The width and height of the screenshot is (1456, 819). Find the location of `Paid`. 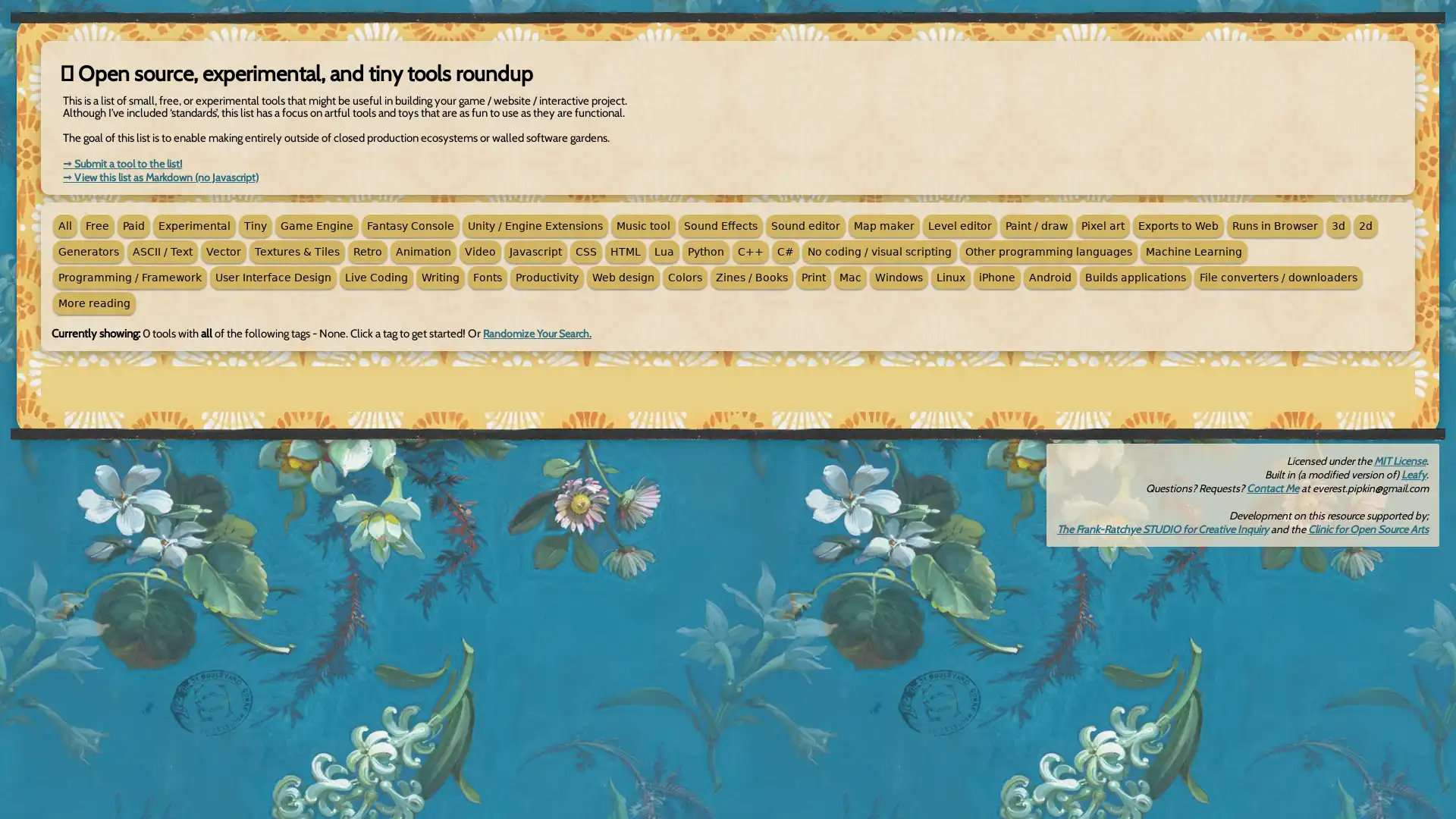

Paid is located at coordinates (133, 225).